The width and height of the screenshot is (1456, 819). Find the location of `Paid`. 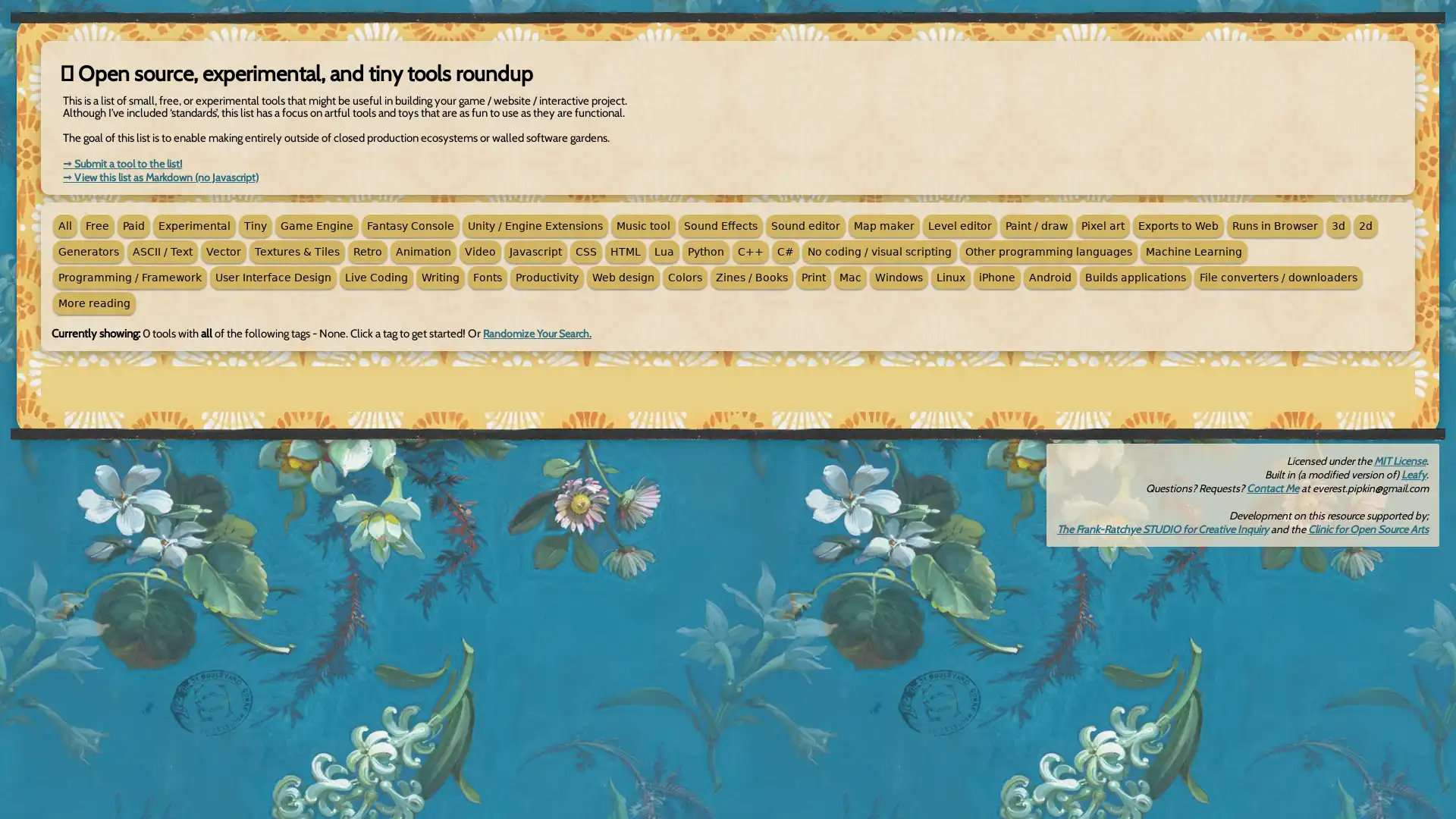

Paid is located at coordinates (133, 225).